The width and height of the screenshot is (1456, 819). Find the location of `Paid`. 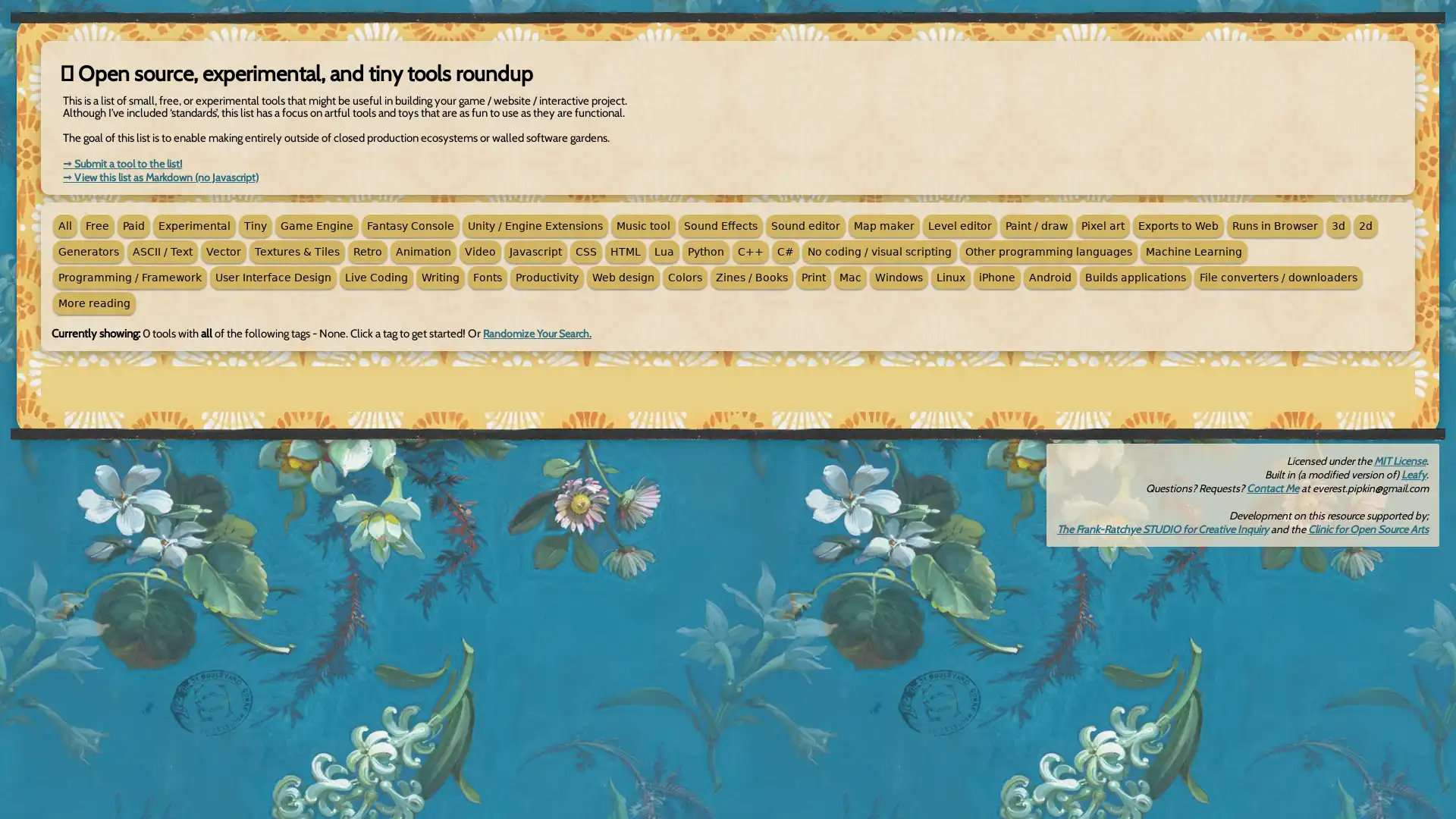

Paid is located at coordinates (133, 225).